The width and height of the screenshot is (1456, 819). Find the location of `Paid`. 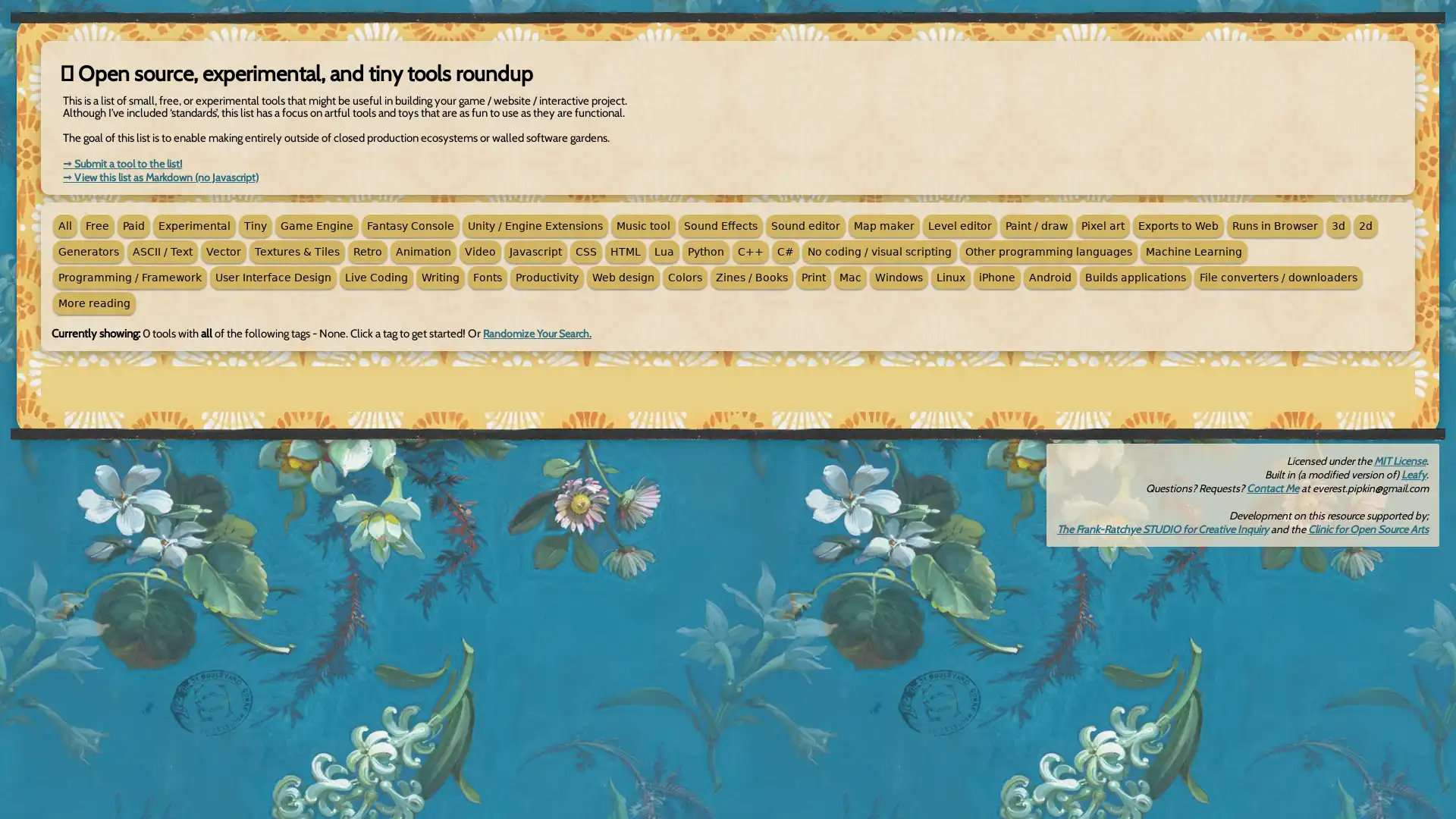

Paid is located at coordinates (133, 225).